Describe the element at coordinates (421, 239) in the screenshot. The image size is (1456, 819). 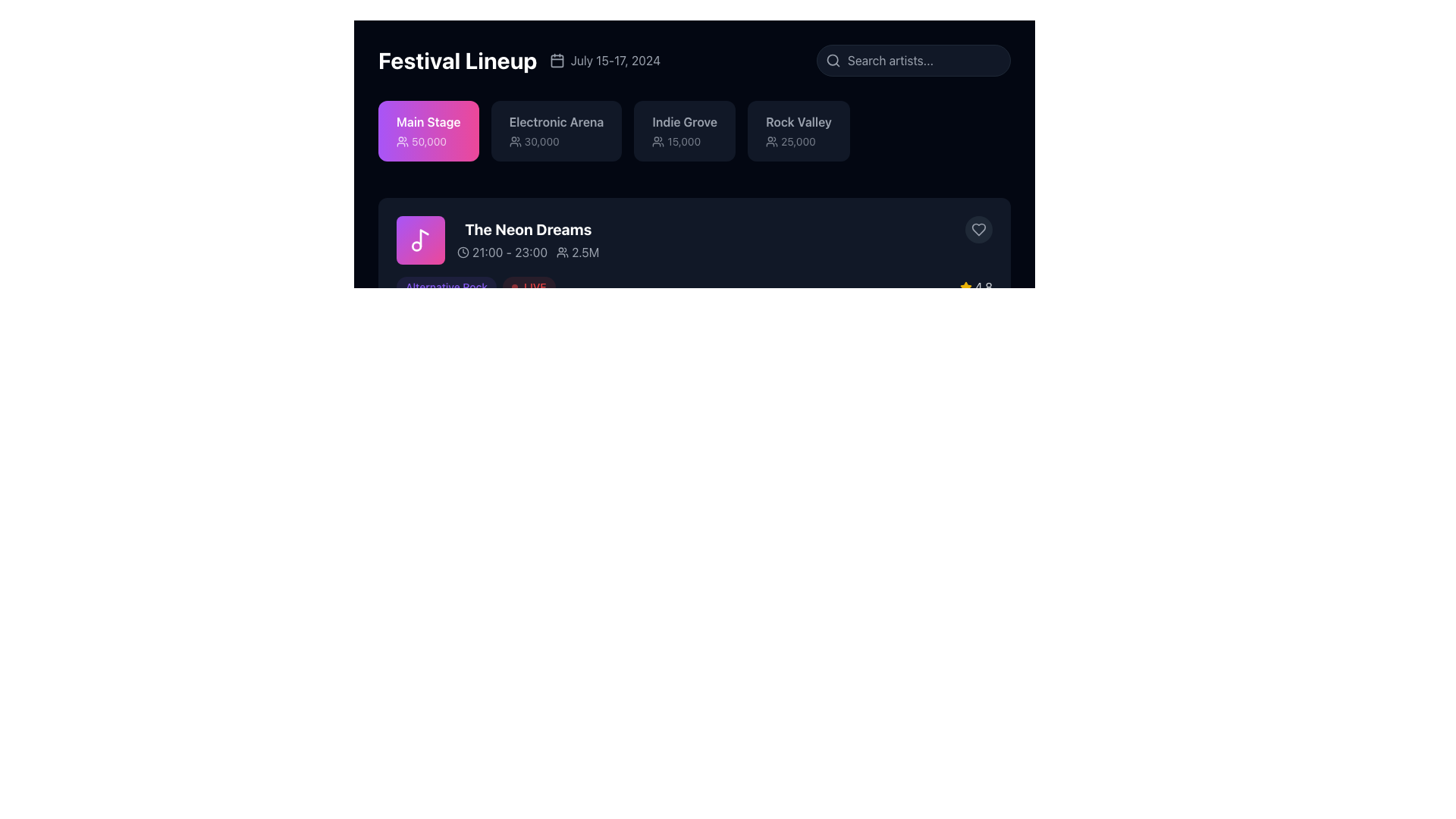
I see `the icon associated with the text 'The Neon Dreams' to interact with the related event` at that location.